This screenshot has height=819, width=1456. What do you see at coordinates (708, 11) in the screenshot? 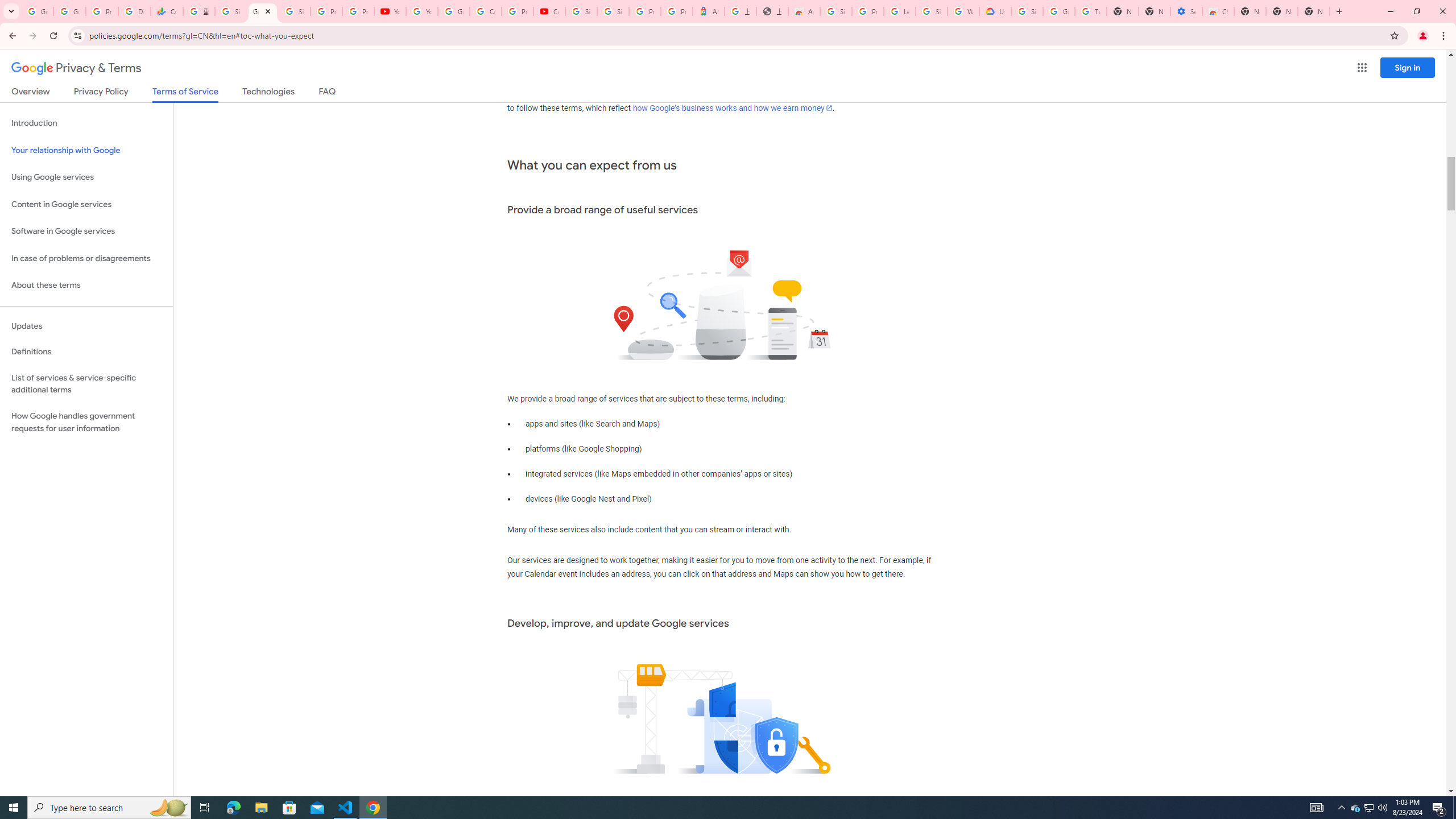
I see `'Atour Hotel - Google hotels'` at bounding box center [708, 11].